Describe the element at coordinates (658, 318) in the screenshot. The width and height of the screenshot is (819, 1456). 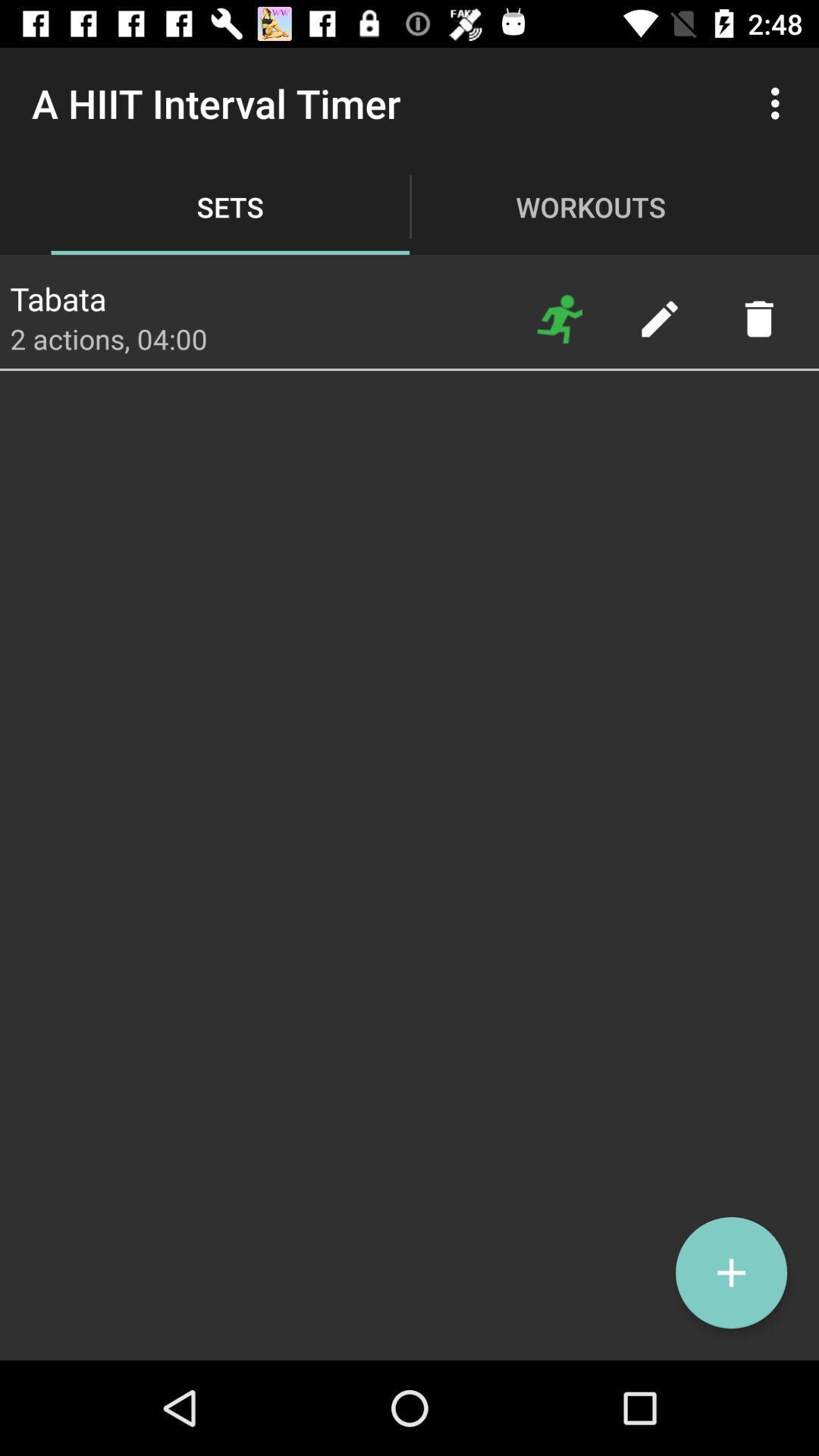
I see `edit` at that location.